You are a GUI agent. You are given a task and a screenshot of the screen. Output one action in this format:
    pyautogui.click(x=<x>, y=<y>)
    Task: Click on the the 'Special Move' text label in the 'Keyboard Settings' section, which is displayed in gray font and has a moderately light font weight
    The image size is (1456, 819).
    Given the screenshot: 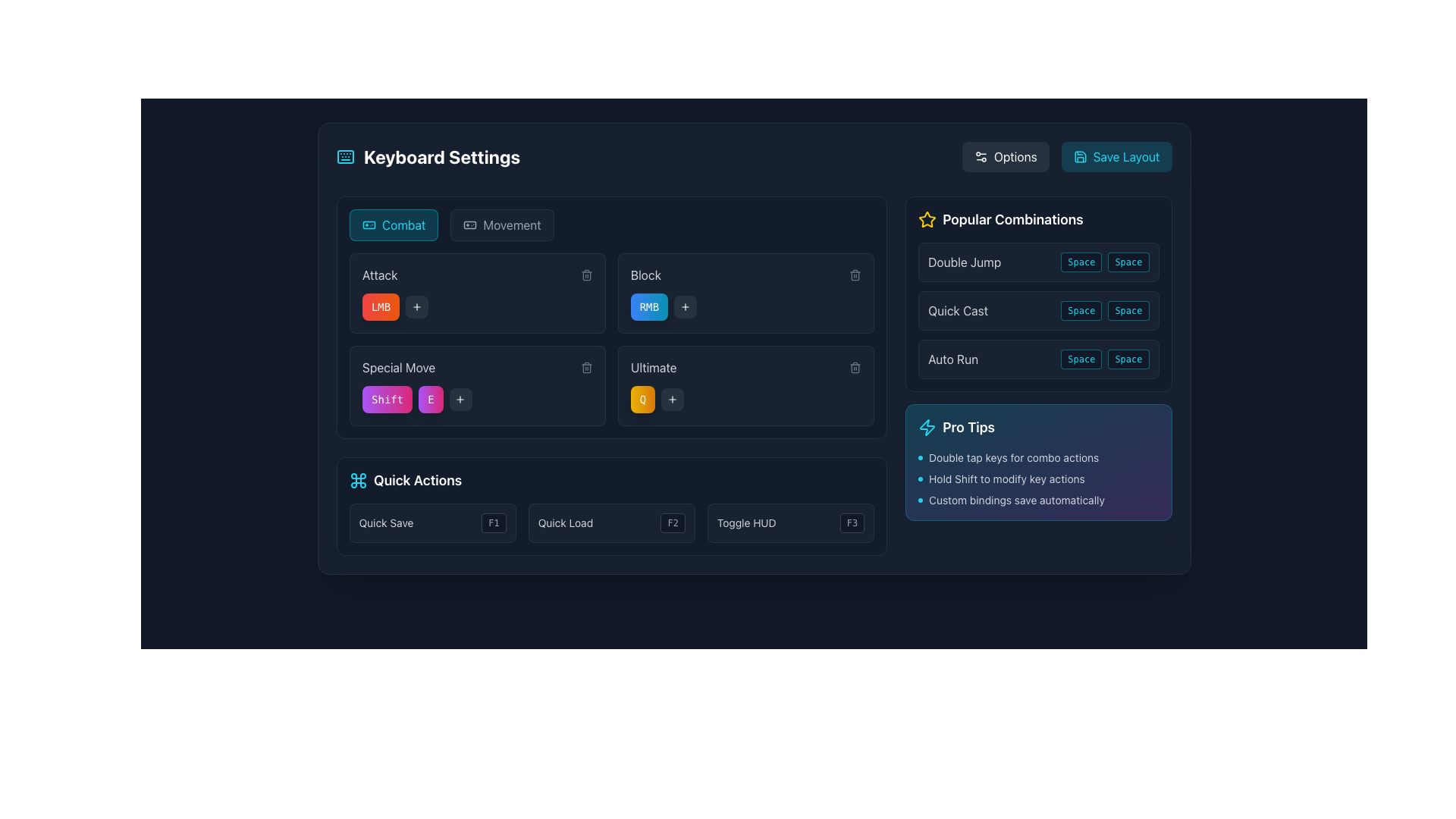 What is the action you would take?
    pyautogui.click(x=398, y=368)
    